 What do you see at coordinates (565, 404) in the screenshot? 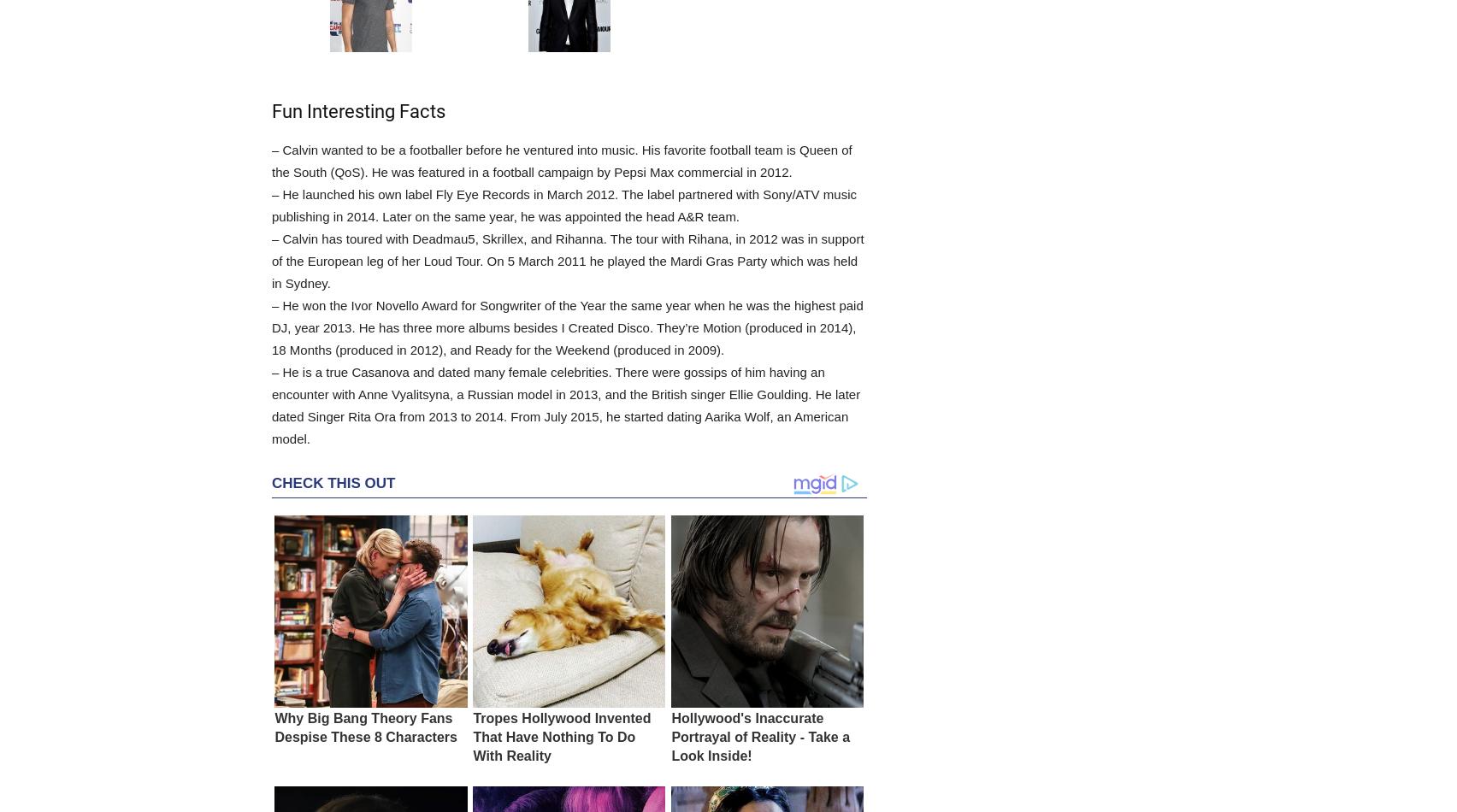
I see `'– He is a true Casanova and dated many female celebrities. There were gossips of him having an encounter with Anne Vyalitsyna, a Russian model in 2013, and the British singer Ellie Goulding. He later dated Singer Rita Ora from 2013 to 2014. From July 2015, he started dating Aarika Wolf, an American model.'` at bounding box center [565, 404].